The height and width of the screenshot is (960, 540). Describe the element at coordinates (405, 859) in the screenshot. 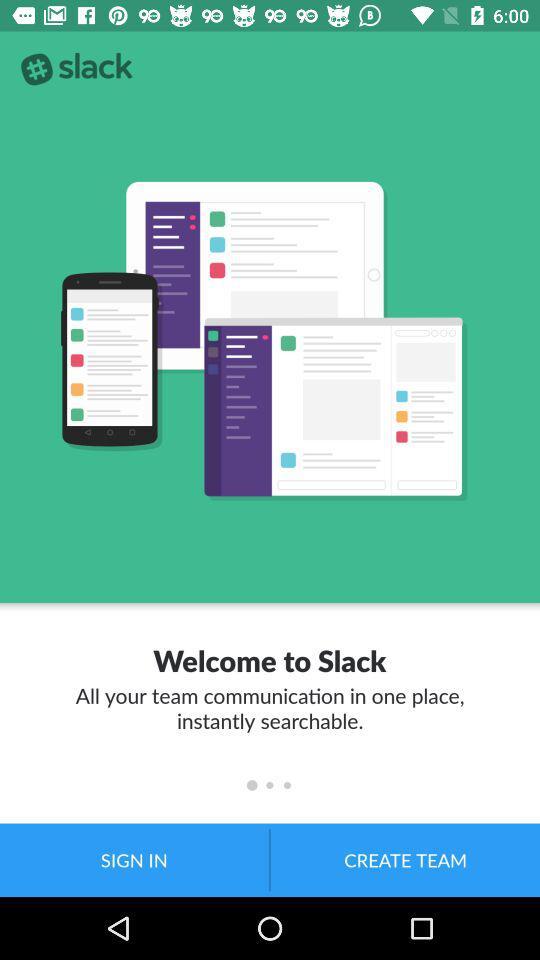

I see `the create team at the bottom right corner` at that location.